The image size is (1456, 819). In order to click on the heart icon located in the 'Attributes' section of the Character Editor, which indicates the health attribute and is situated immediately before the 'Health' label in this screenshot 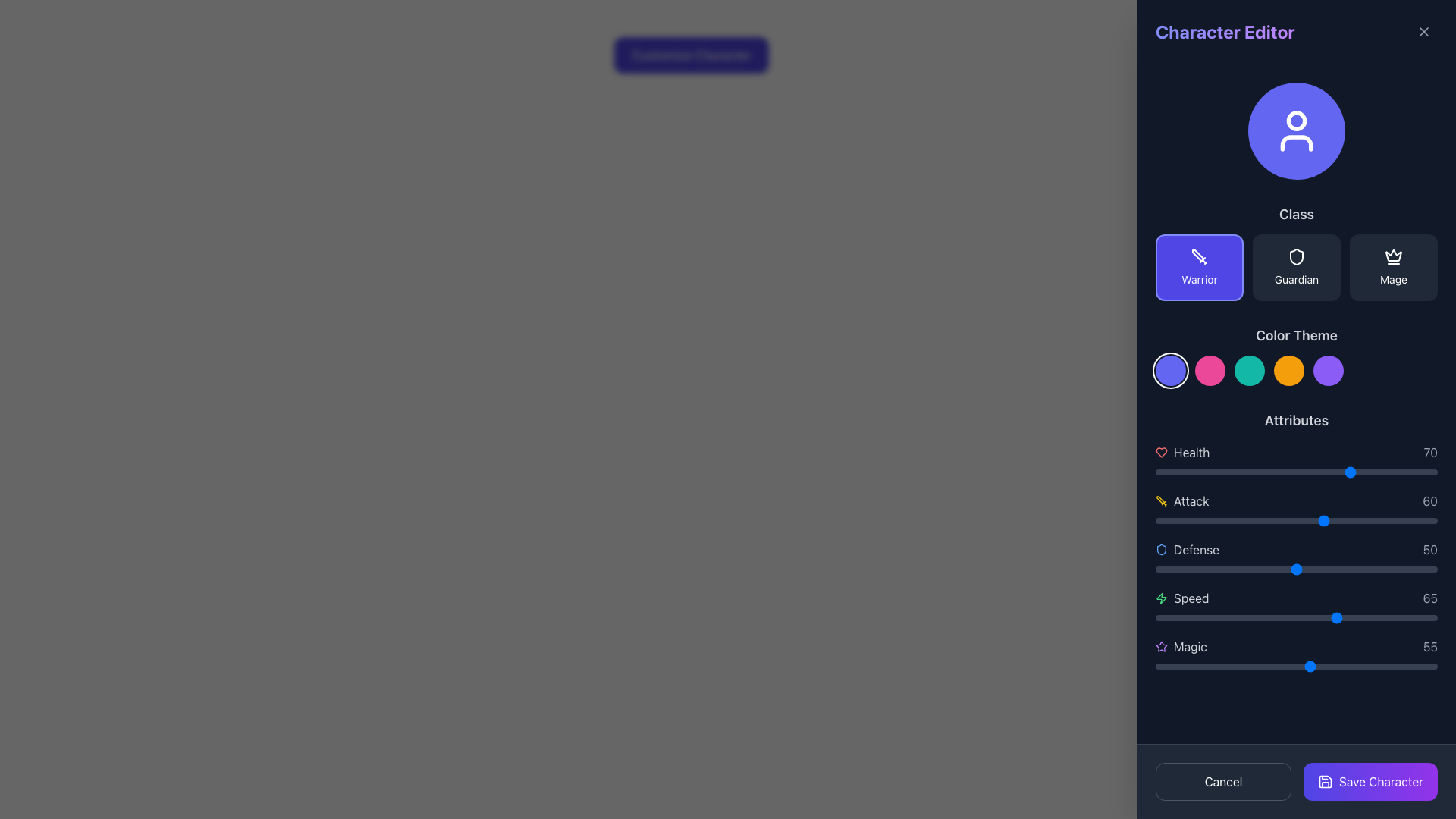, I will do `click(1160, 452)`.